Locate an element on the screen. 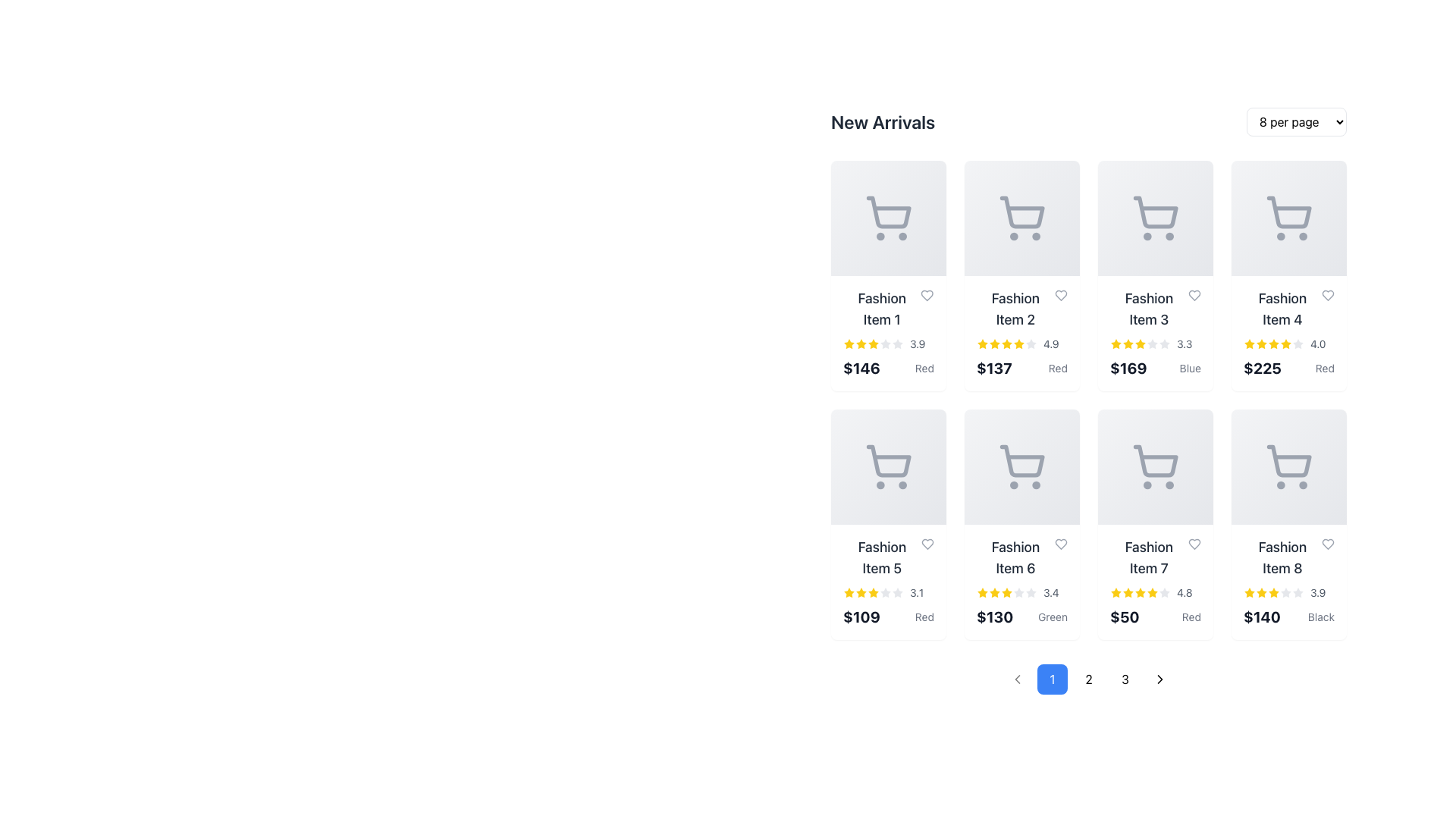 This screenshot has width=1456, height=819. the fifth star icon in the 5-star rating system located at the lower-right corner of the product card labeled 'Fashion Item 7', directly beneath the text label '4.8' is located at coordinates (1140, 592).